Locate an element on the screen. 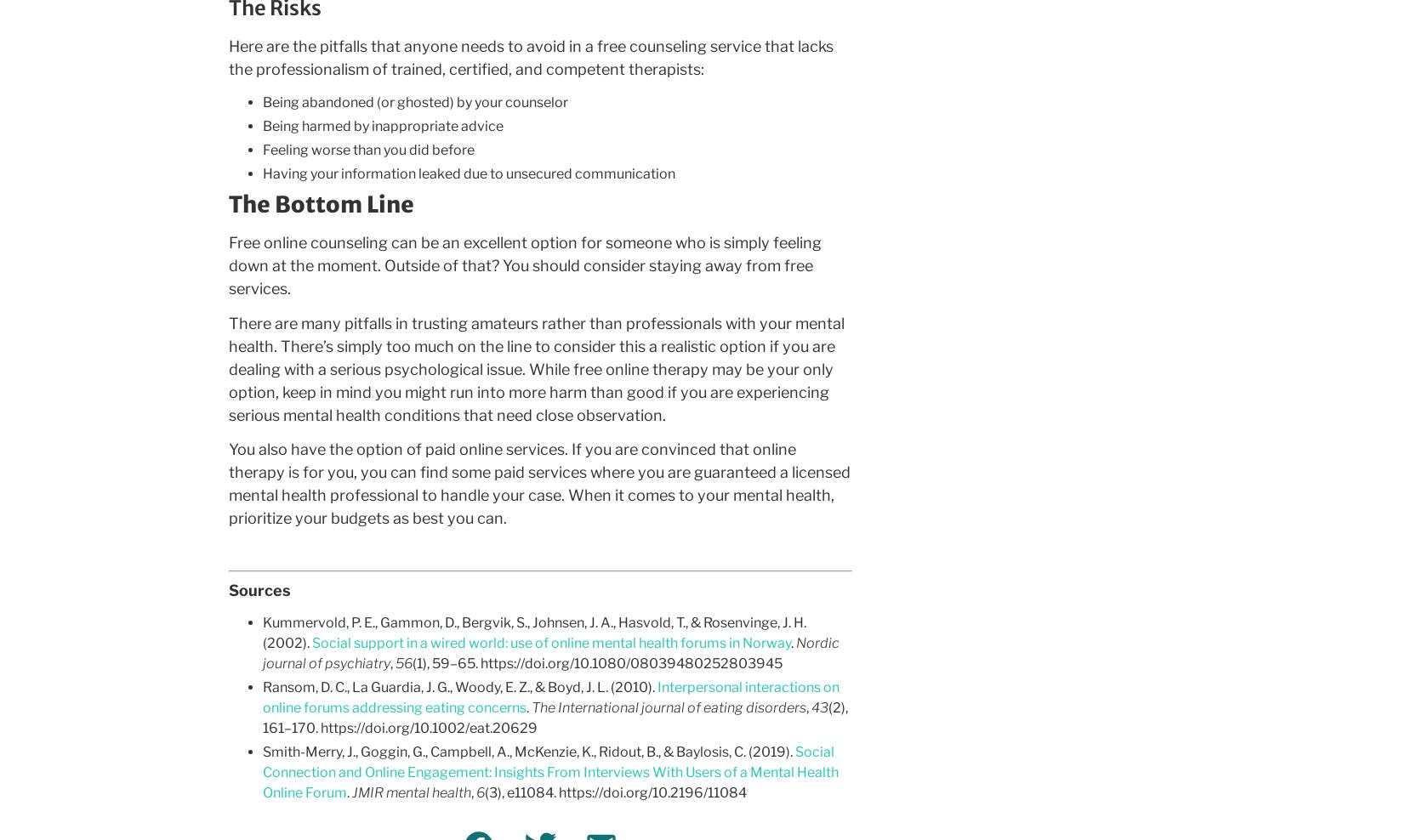 This screenshot has width=1406, height=840. '56' is located at coordinates (402, 662).